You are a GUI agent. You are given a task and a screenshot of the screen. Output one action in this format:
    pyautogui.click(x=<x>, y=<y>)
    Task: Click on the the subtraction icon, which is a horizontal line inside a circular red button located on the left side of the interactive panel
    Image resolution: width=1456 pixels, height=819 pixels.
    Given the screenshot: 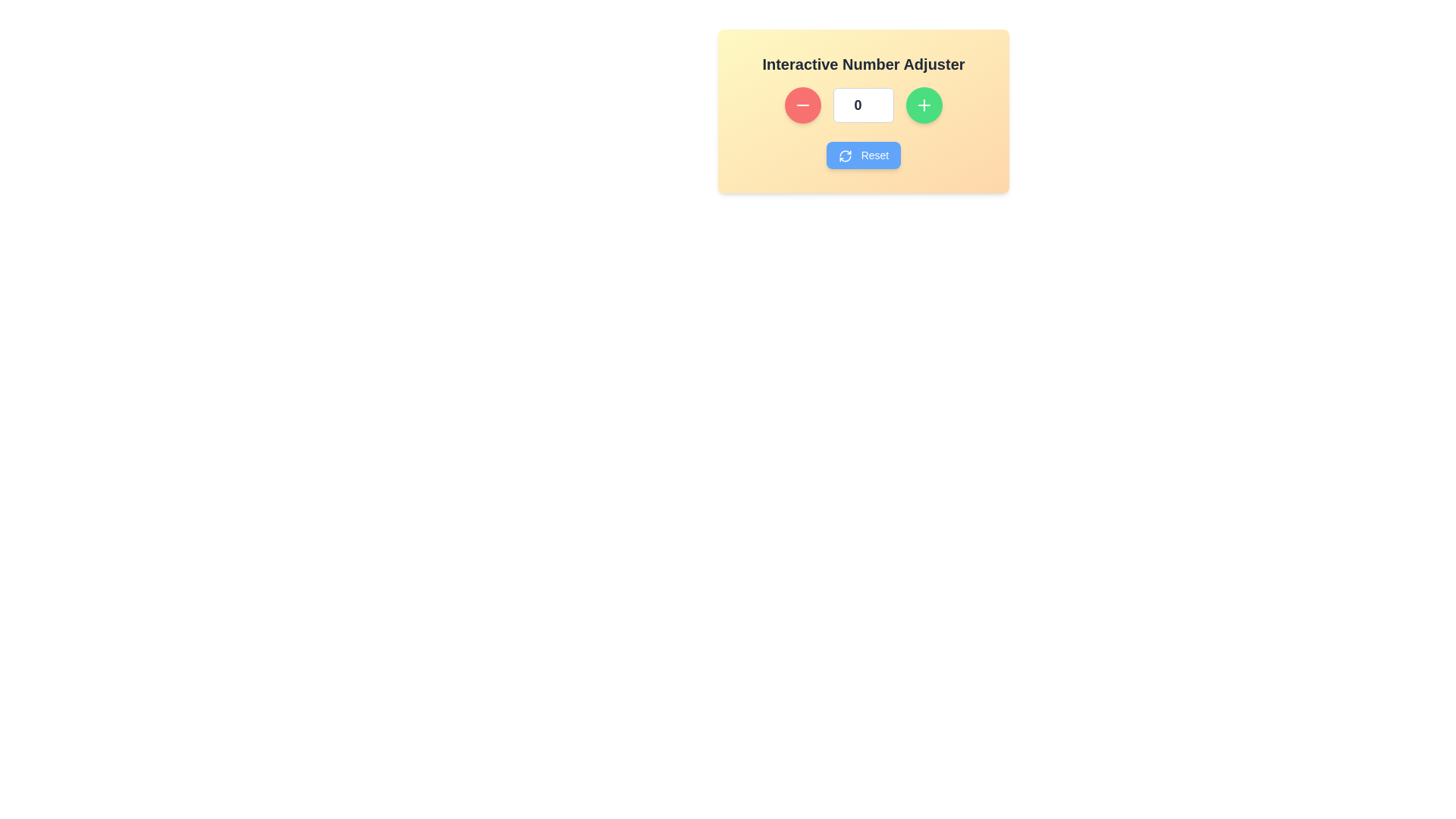 What is the action you would take?
    pyautogui.click(x=802, y=104)
    